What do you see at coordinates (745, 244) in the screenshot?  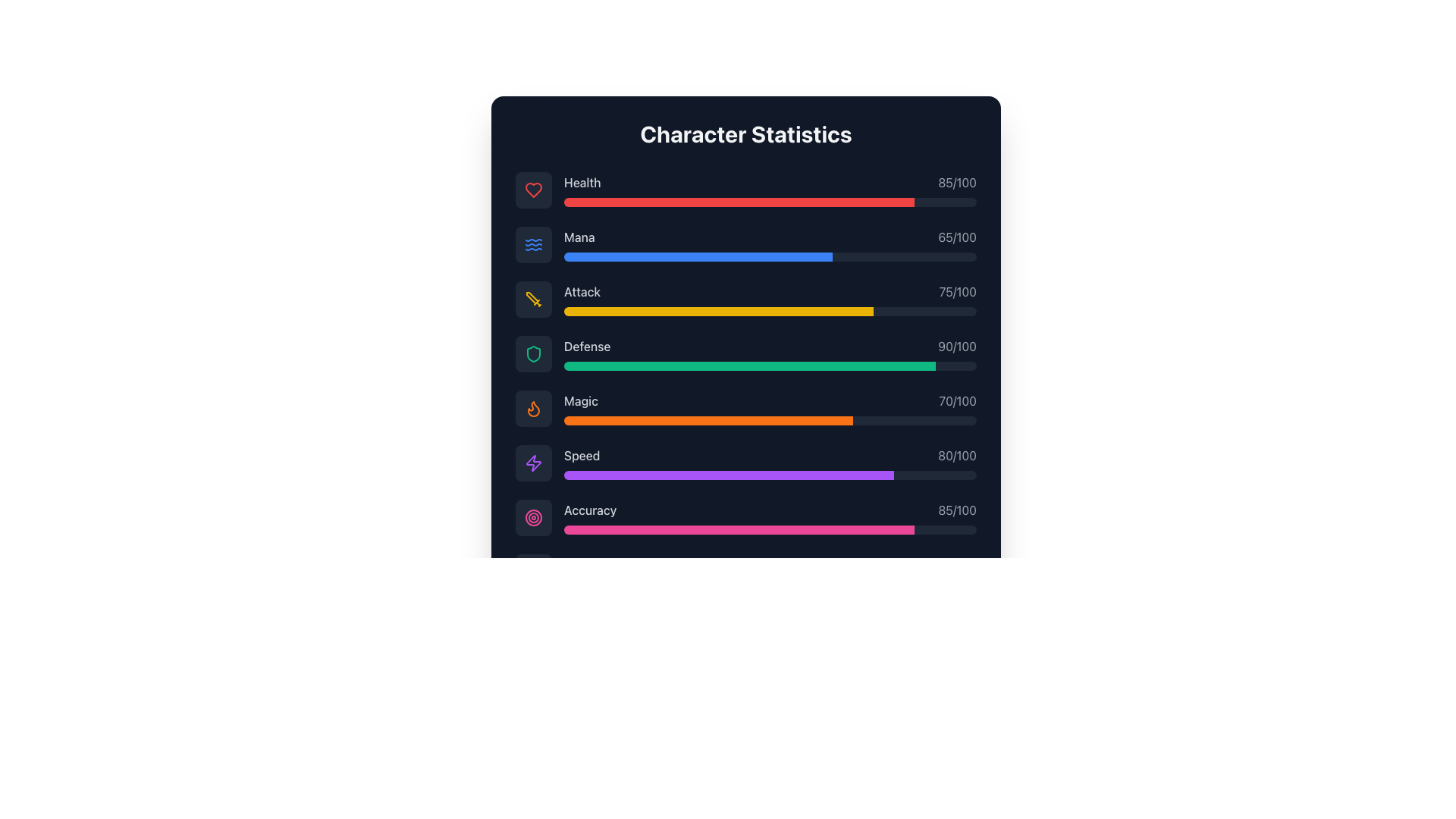 I see `the 'Mana' progress bar, which displays a numerical value and a visual representation of the 'Mana' attribute, positioned below the 'Health' section and above the 'Attack' section` at bounding box center [745, 244].